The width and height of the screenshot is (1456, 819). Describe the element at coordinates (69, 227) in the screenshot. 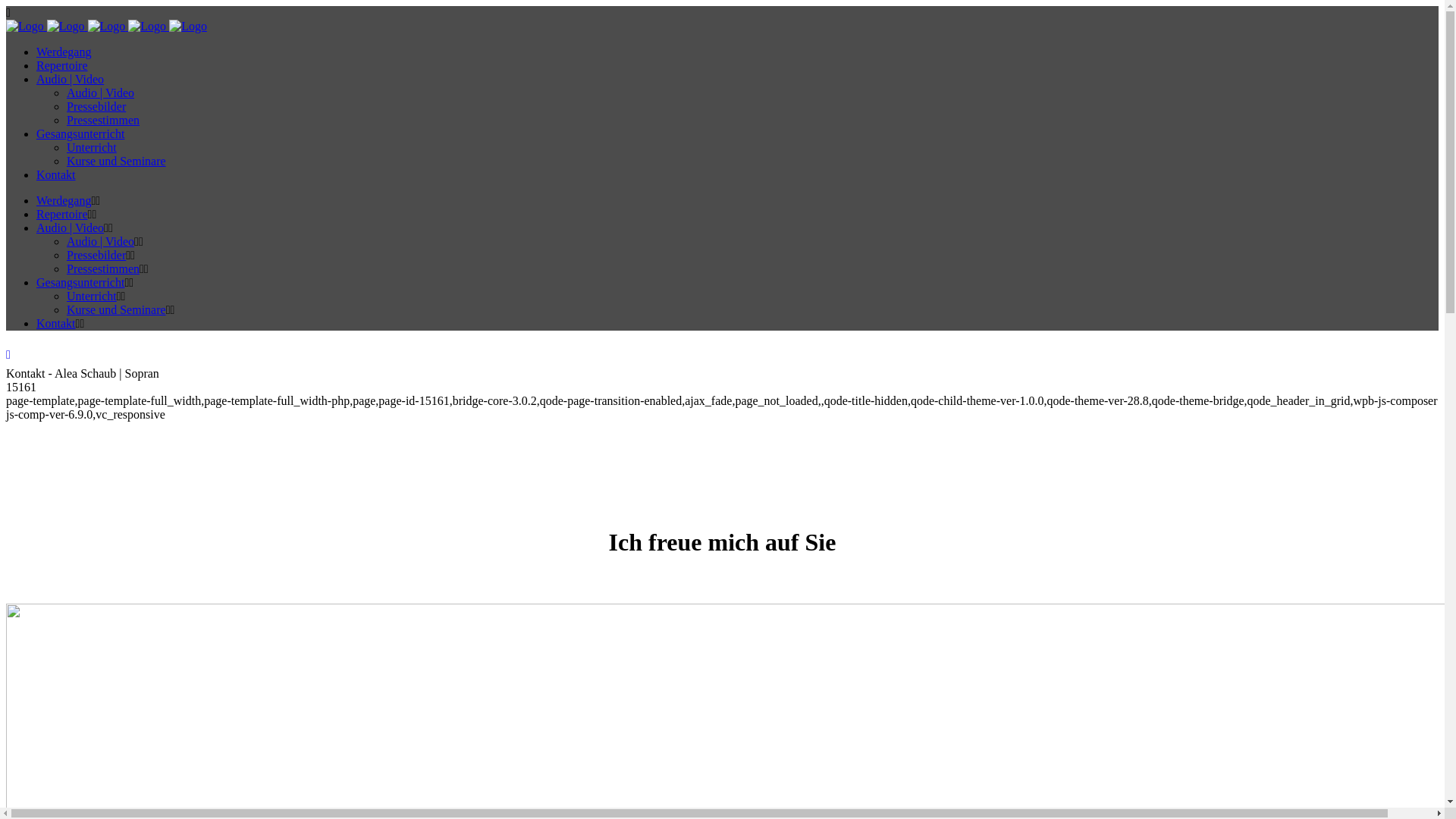

I see `'Audio | Video'` at that location.